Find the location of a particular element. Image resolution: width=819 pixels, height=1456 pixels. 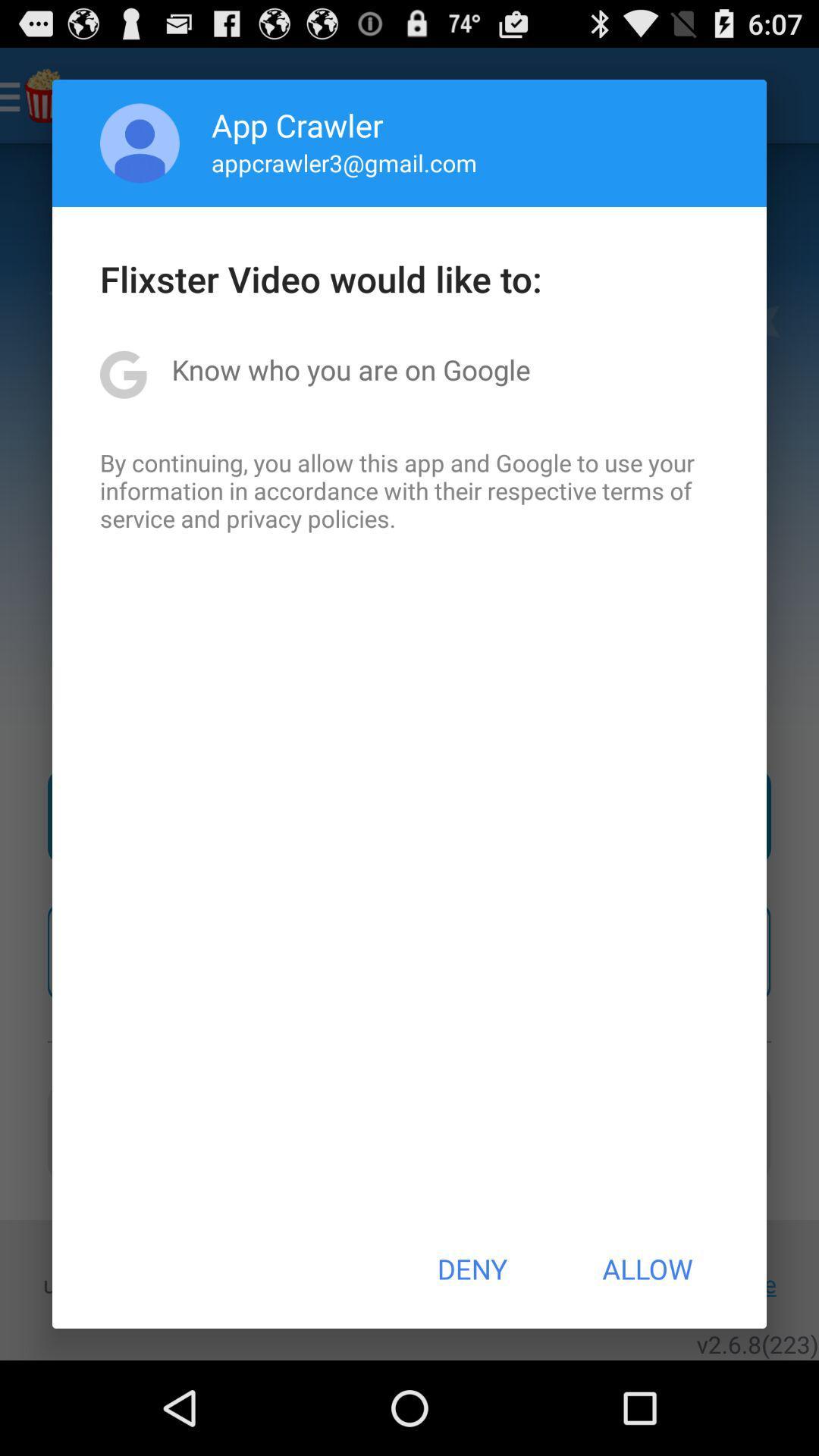

the app below the by continuing you item is located at coordinates (471, 1269).